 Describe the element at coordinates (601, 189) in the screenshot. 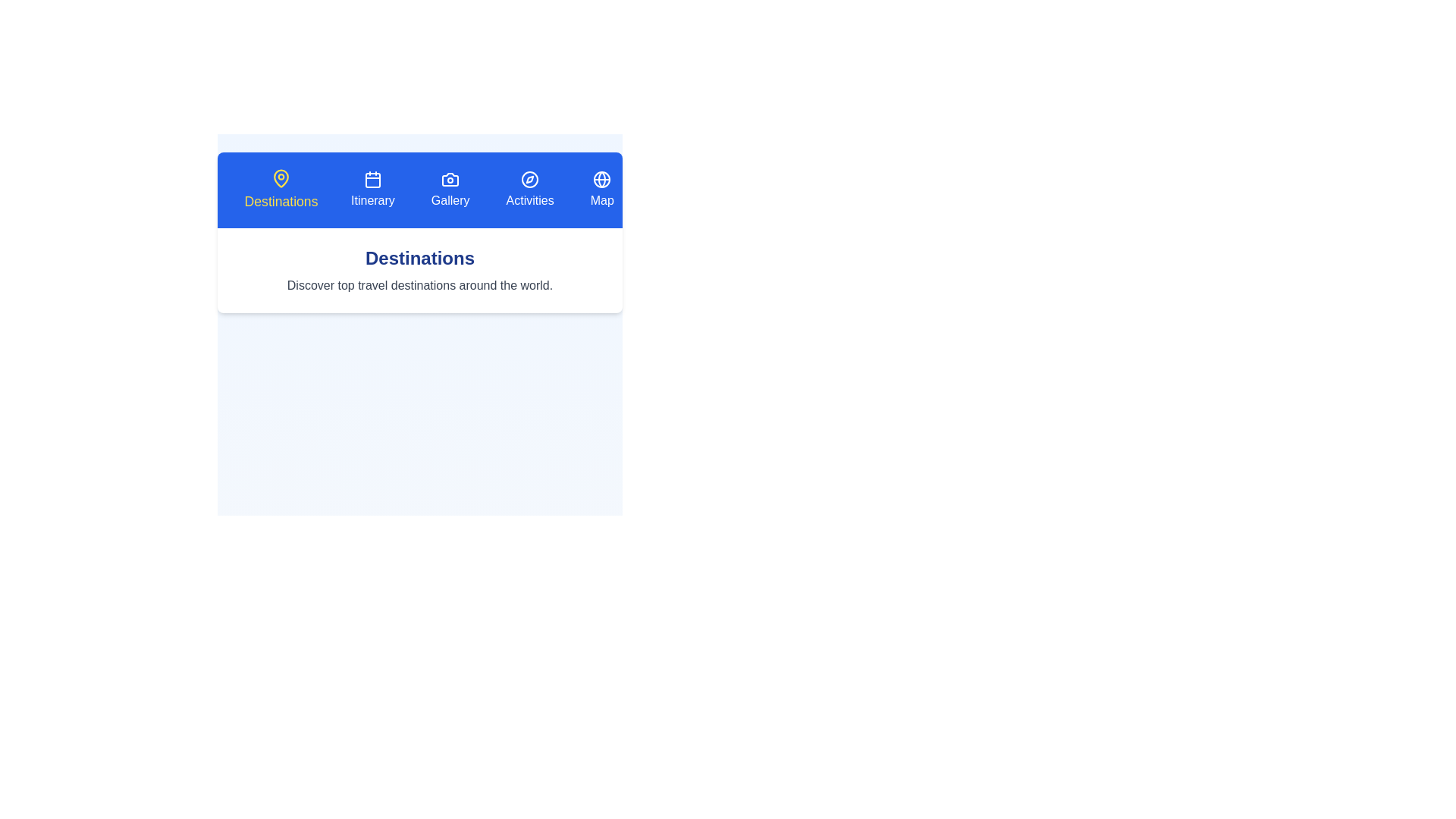

I see `the navigation button located at the far right of the horizontal navigation bar, which is positioned after the 'Activities' button, to trigger the scaling effect` at that location.